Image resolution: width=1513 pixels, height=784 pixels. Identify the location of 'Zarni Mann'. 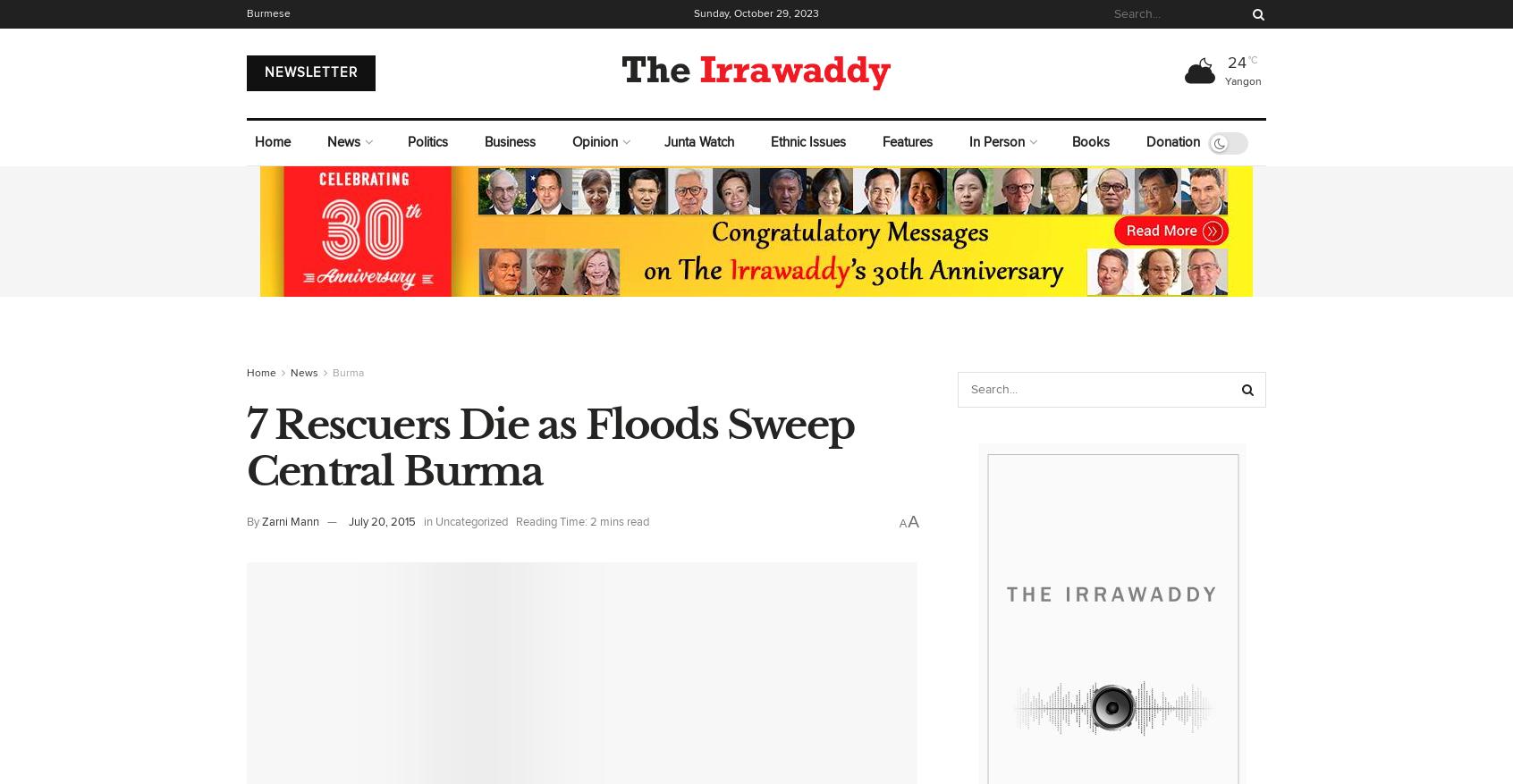
(290, 522).